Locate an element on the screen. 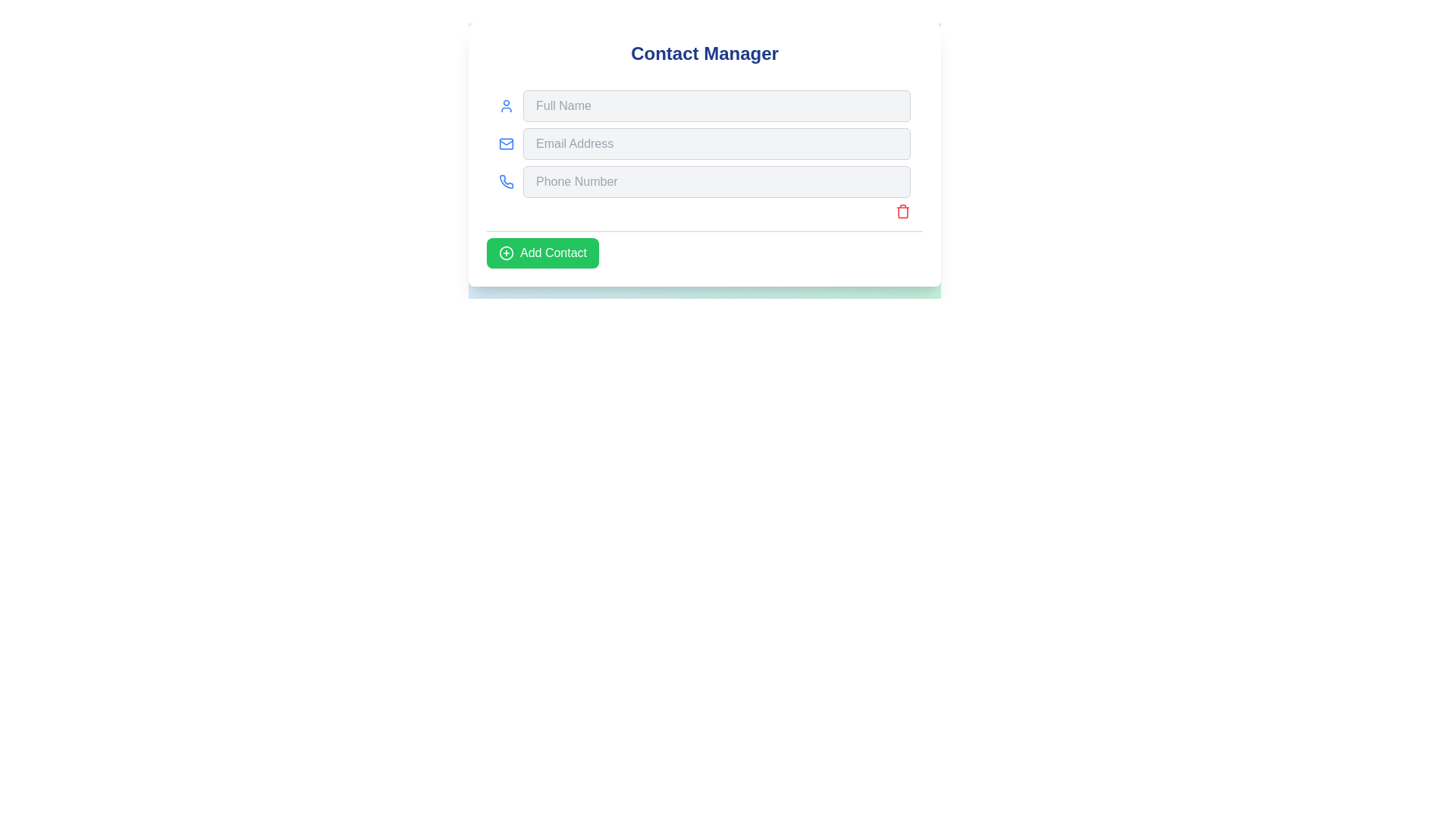  the user profile icon located to the left of the 'Full Name' input field in the 'Contact Manager' UI is located at coordinates (506, 105).